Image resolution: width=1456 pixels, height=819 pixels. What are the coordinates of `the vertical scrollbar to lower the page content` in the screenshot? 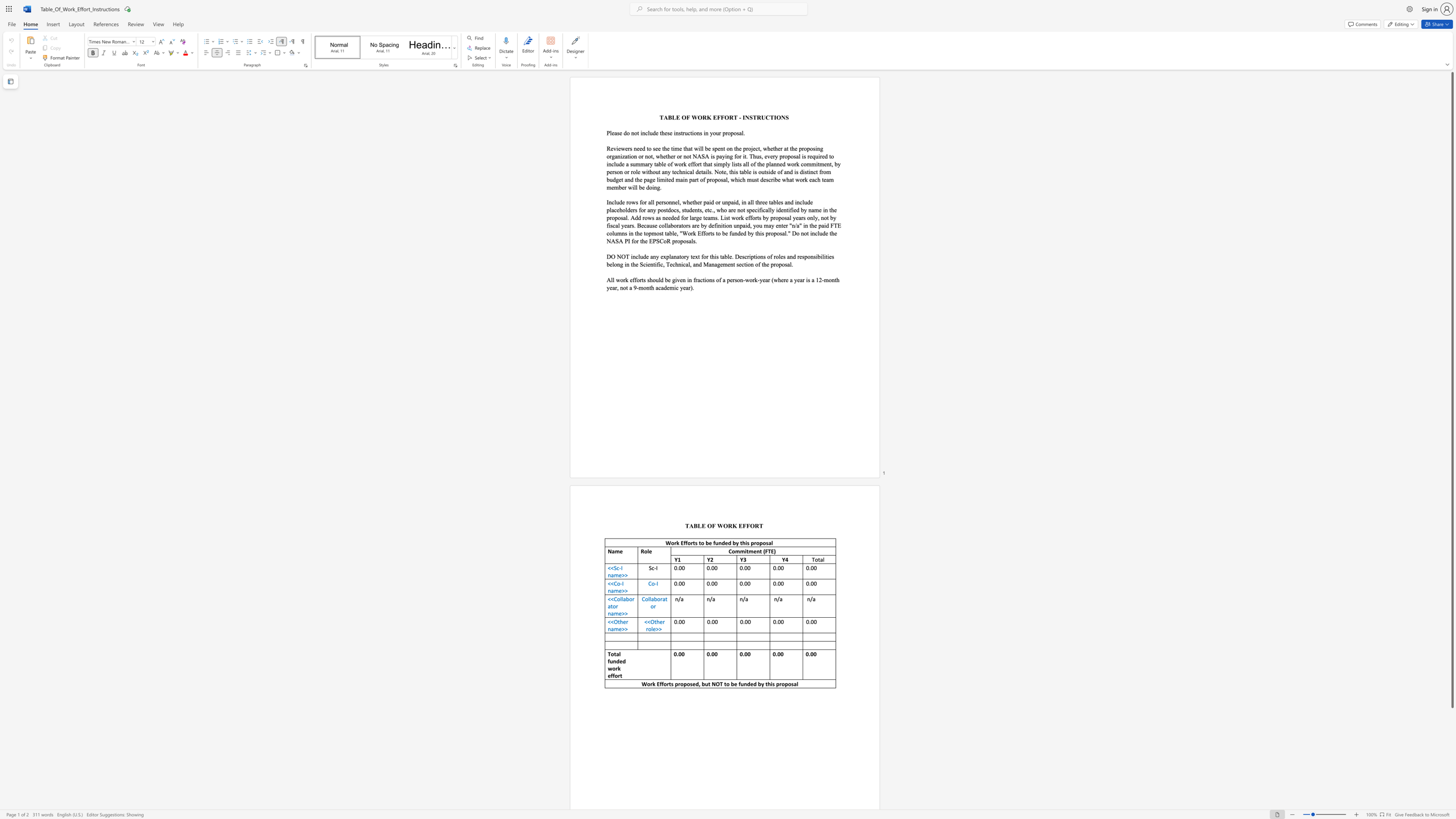 It's located at (1451, 739).